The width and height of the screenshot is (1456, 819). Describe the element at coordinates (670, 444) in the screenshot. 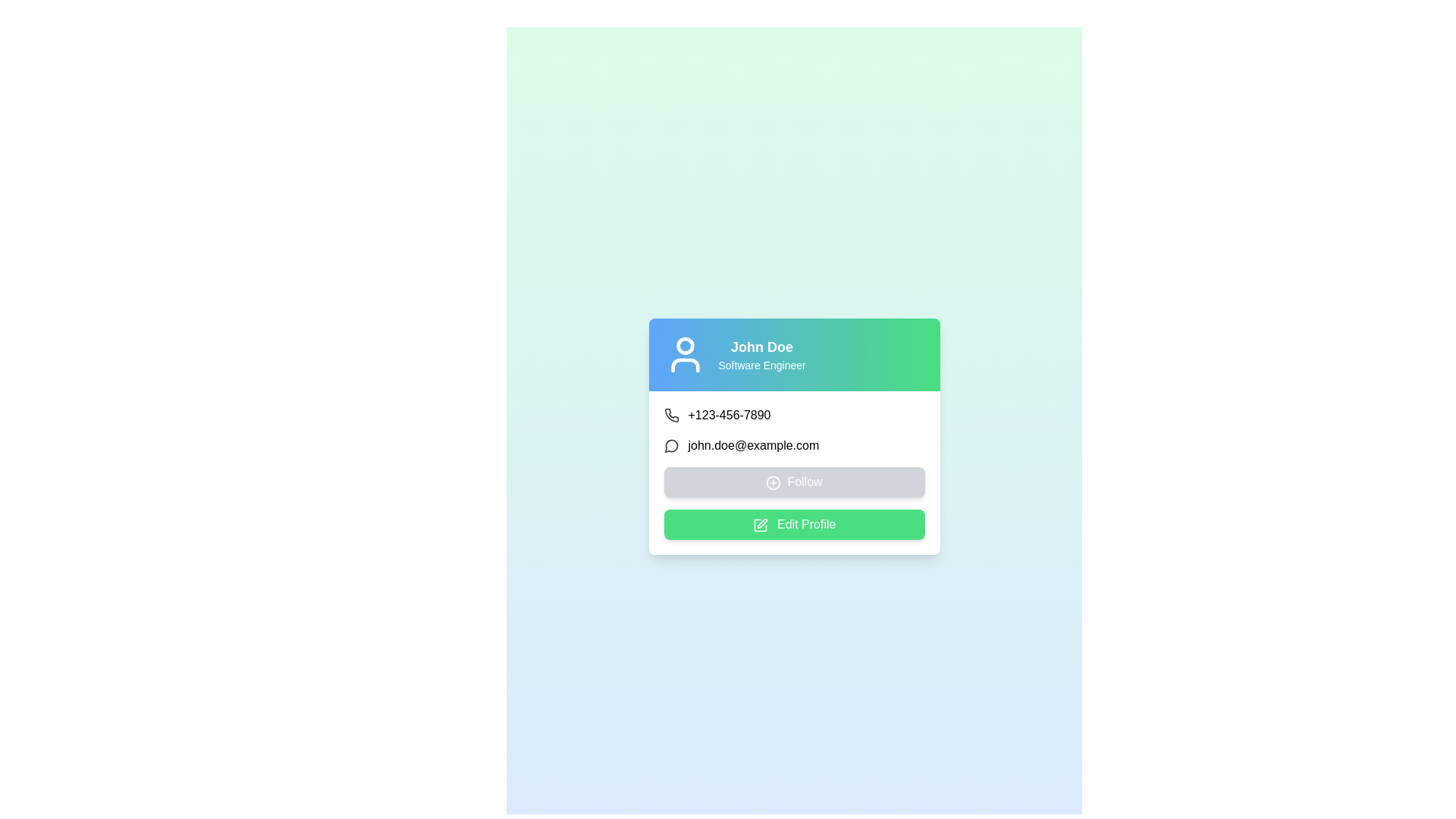

I see `the small circular icon resembling a speech bubble located to the left of 'john.doe@example.com'` at that location.